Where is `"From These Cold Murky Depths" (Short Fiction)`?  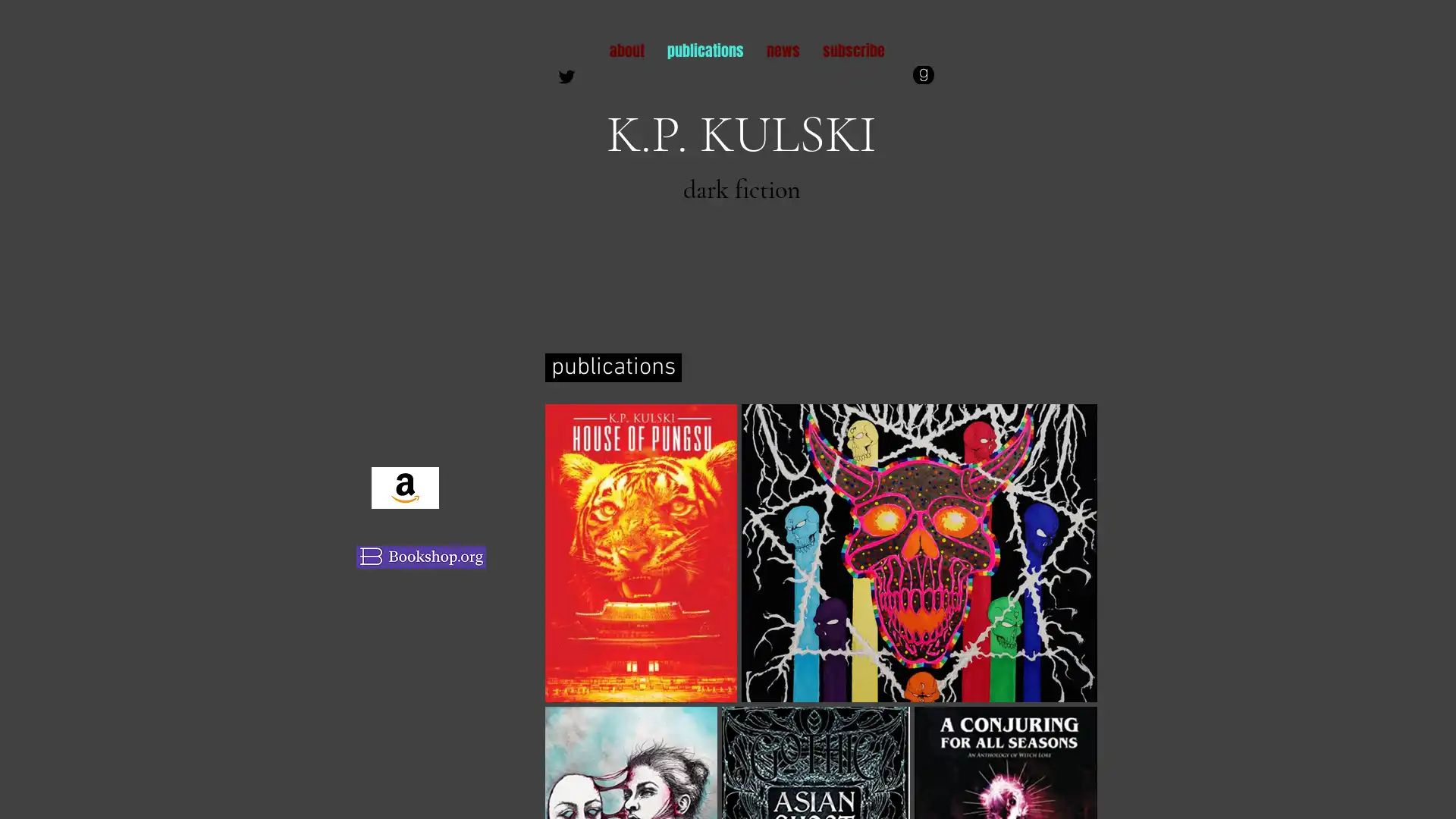
"From These Cold Murky Depths" (Short Fiction) is located at coordinates (918, 553).